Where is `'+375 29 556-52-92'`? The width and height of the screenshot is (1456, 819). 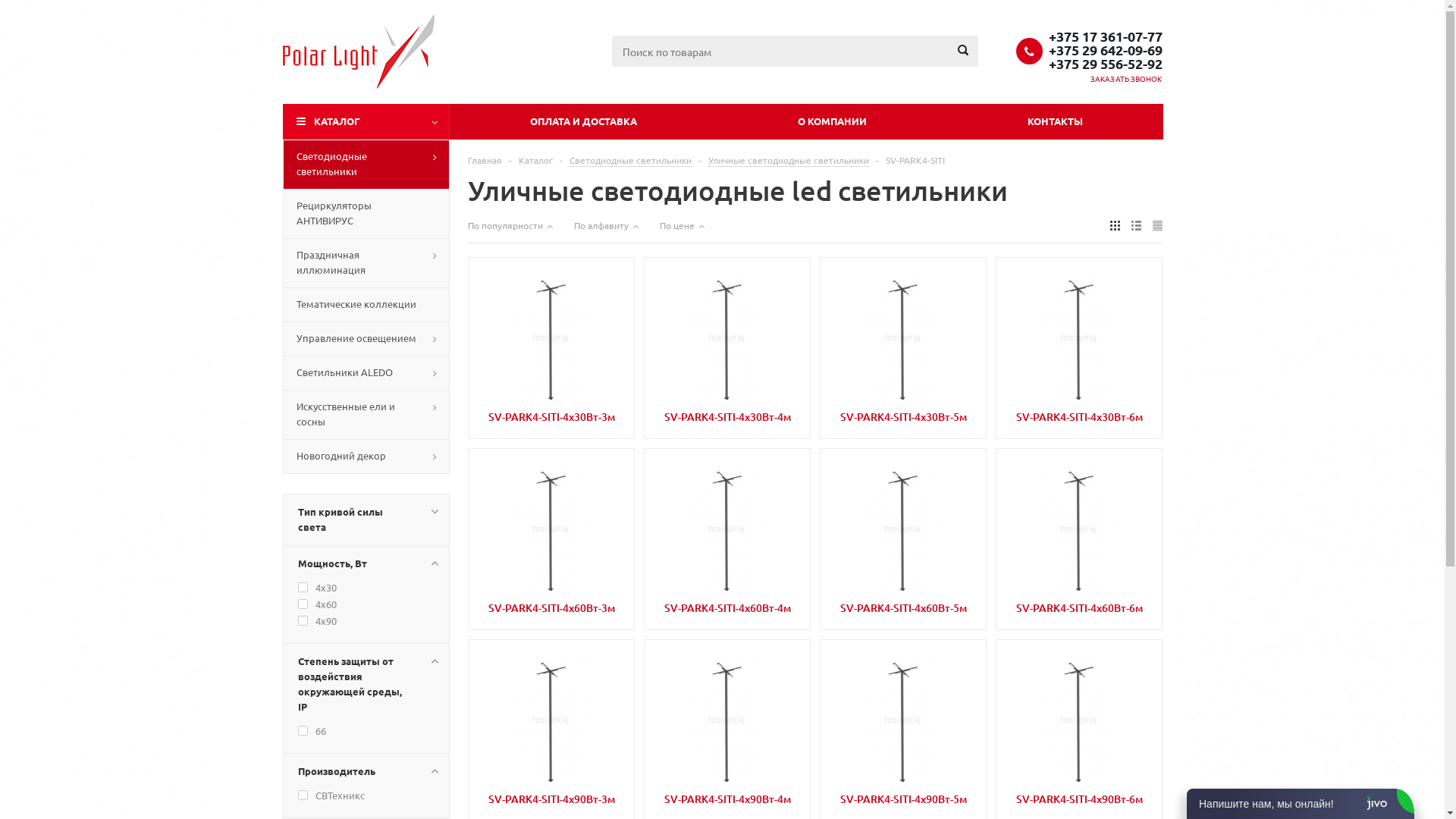 '+375 29 556-52-92' is located at coordinates (1105, 62).